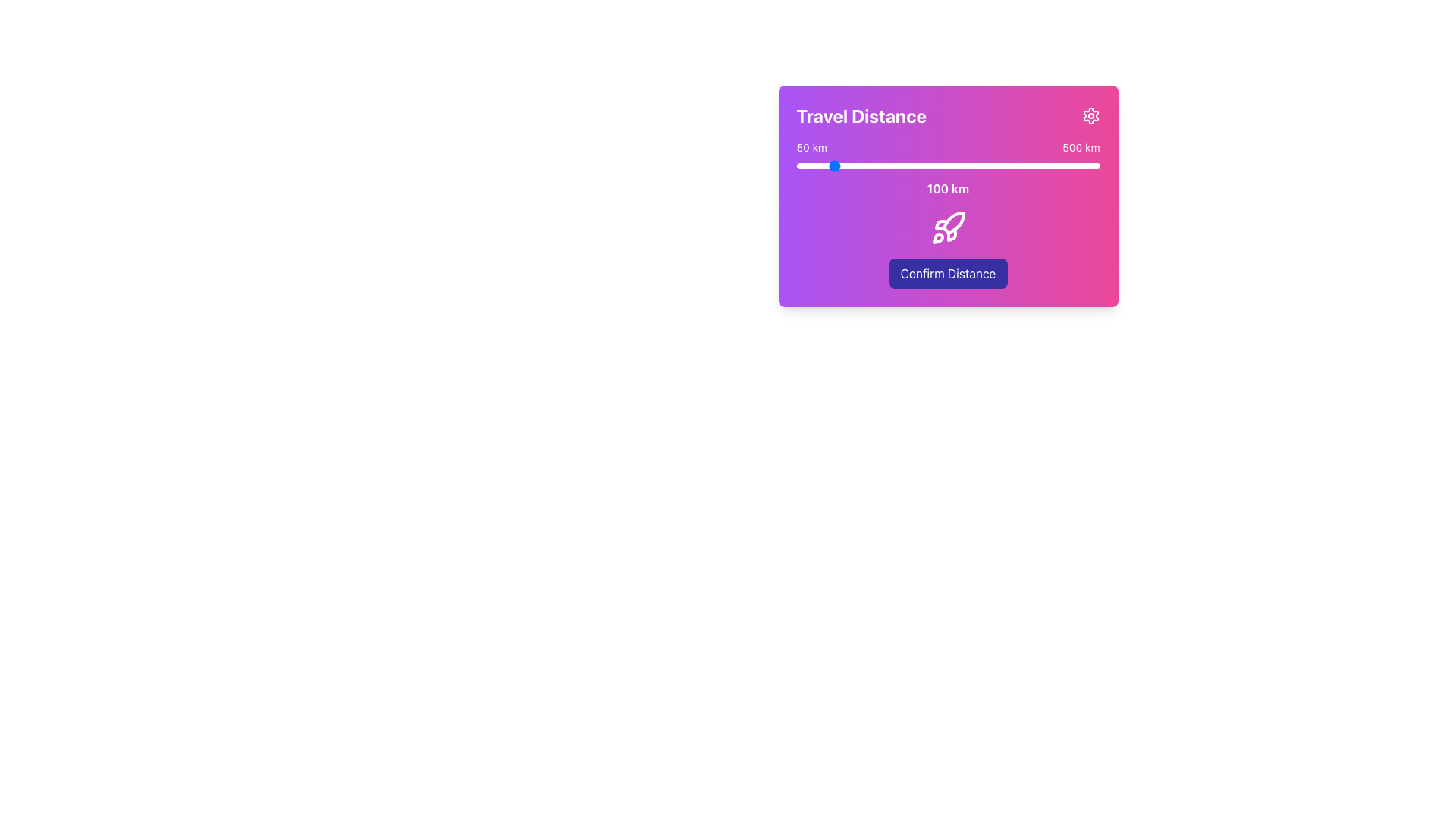 This screenshot has height=819, width=1456. I want to click on the travel distance, so click(926, 166).